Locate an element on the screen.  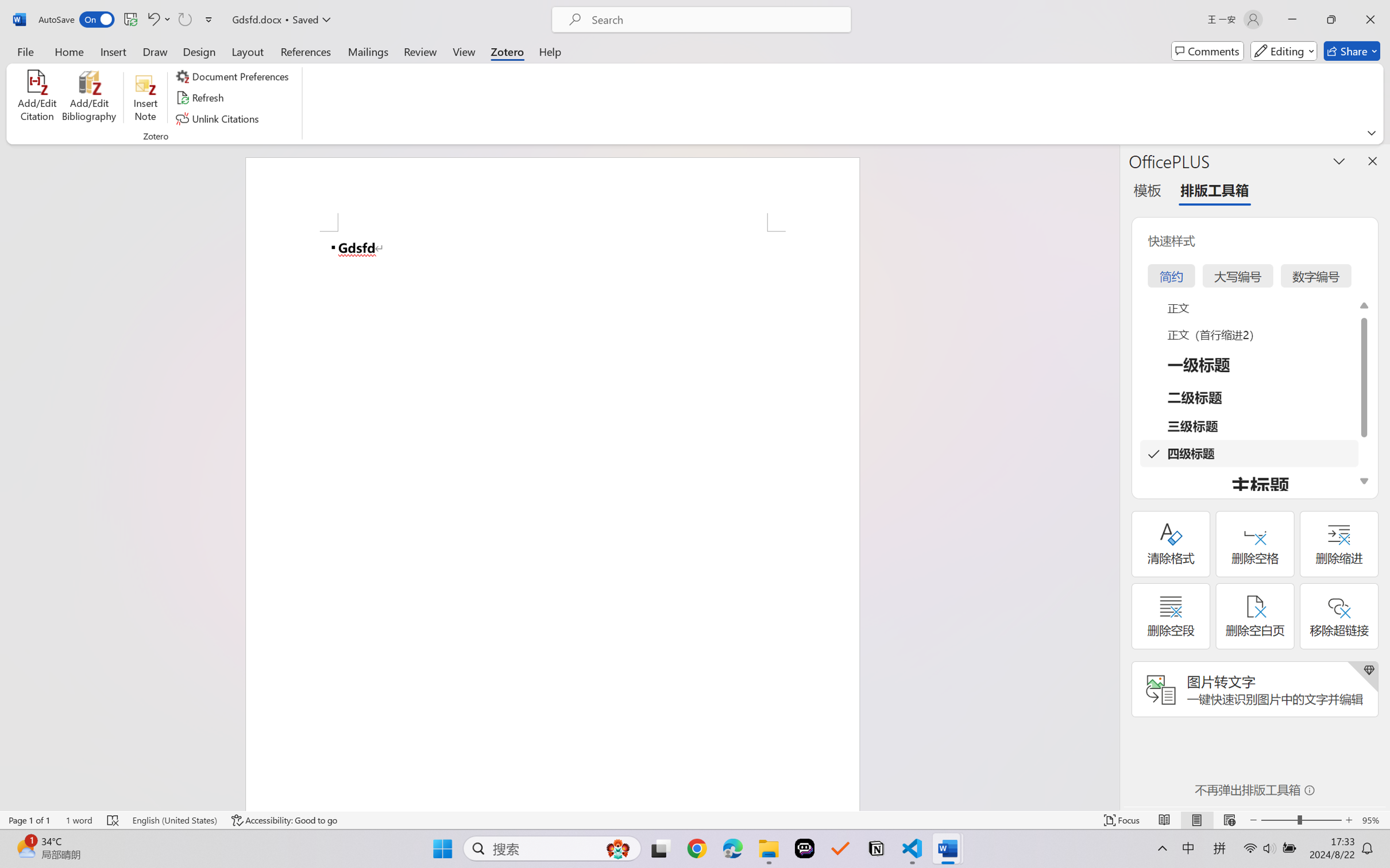
'Refresh' is located at coordinates (201, 98).